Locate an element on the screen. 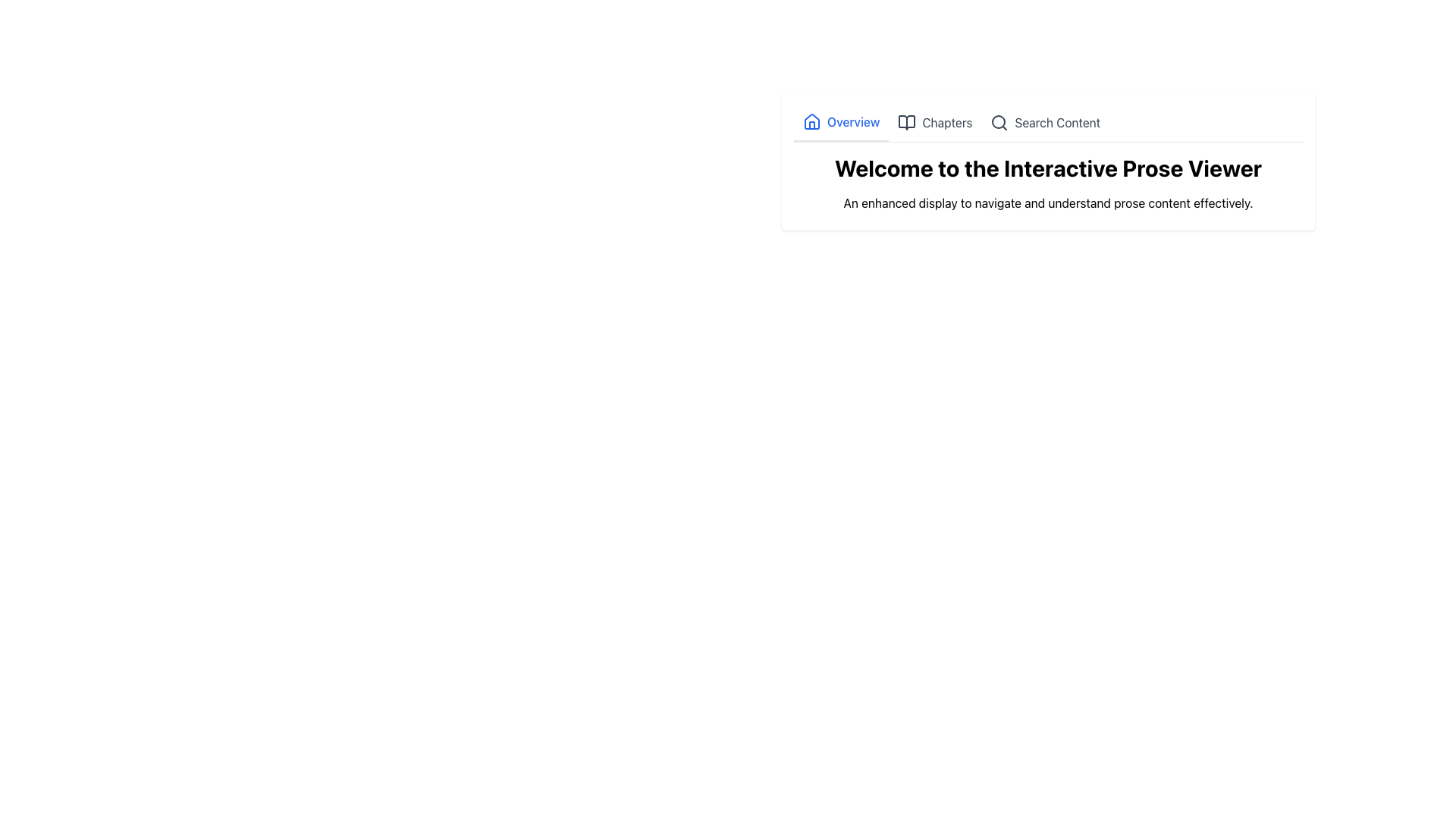 This screenshot has height=819, width=1456. the Navigation bar is located at coordinates (1047, 122).